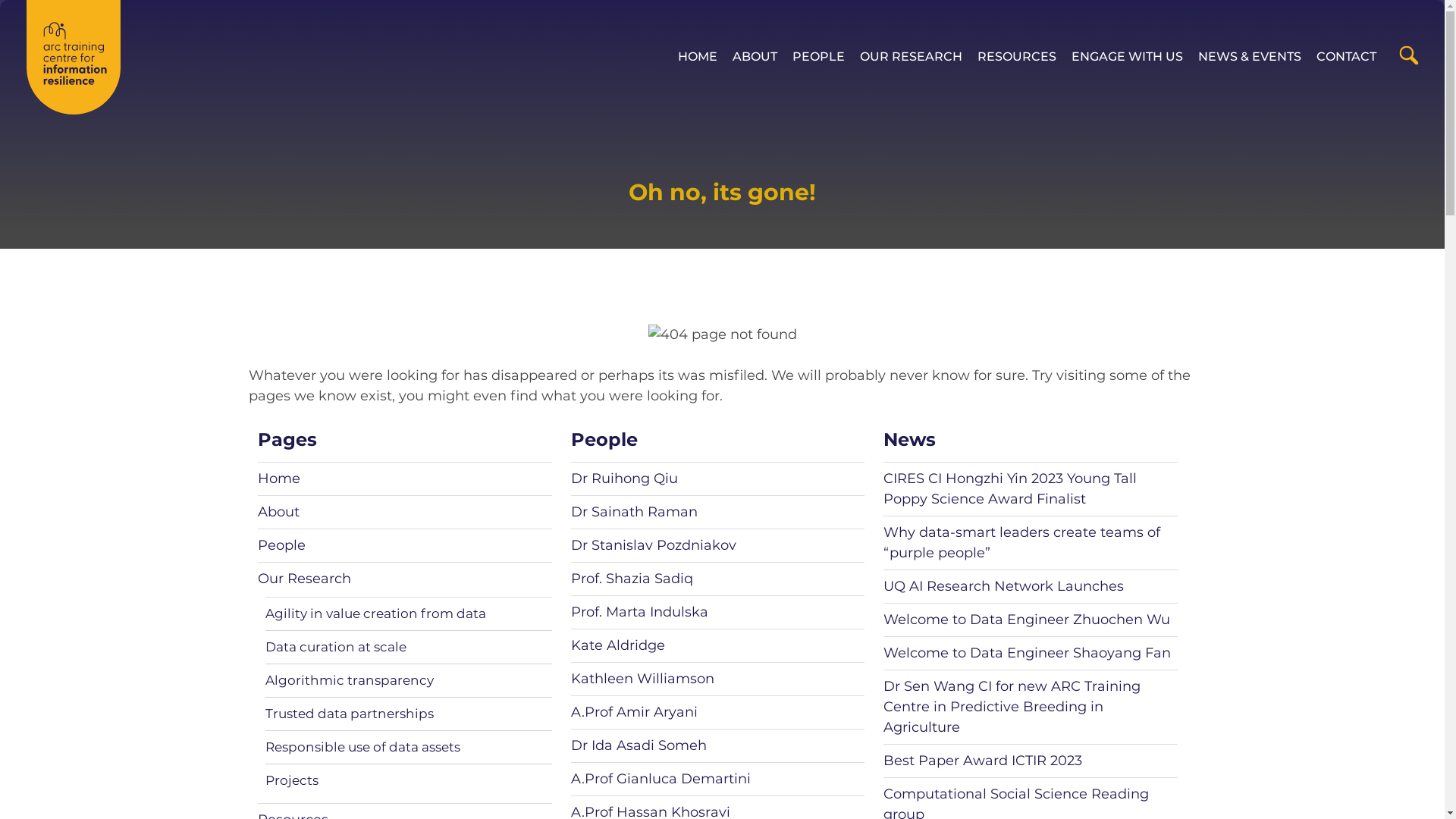 This screenshot has width=1456, height=819. What do you see at coordinates (375, 613) in the screenshot?
I see `'Agility in value creation from data'` at bounding box center [375, 613].